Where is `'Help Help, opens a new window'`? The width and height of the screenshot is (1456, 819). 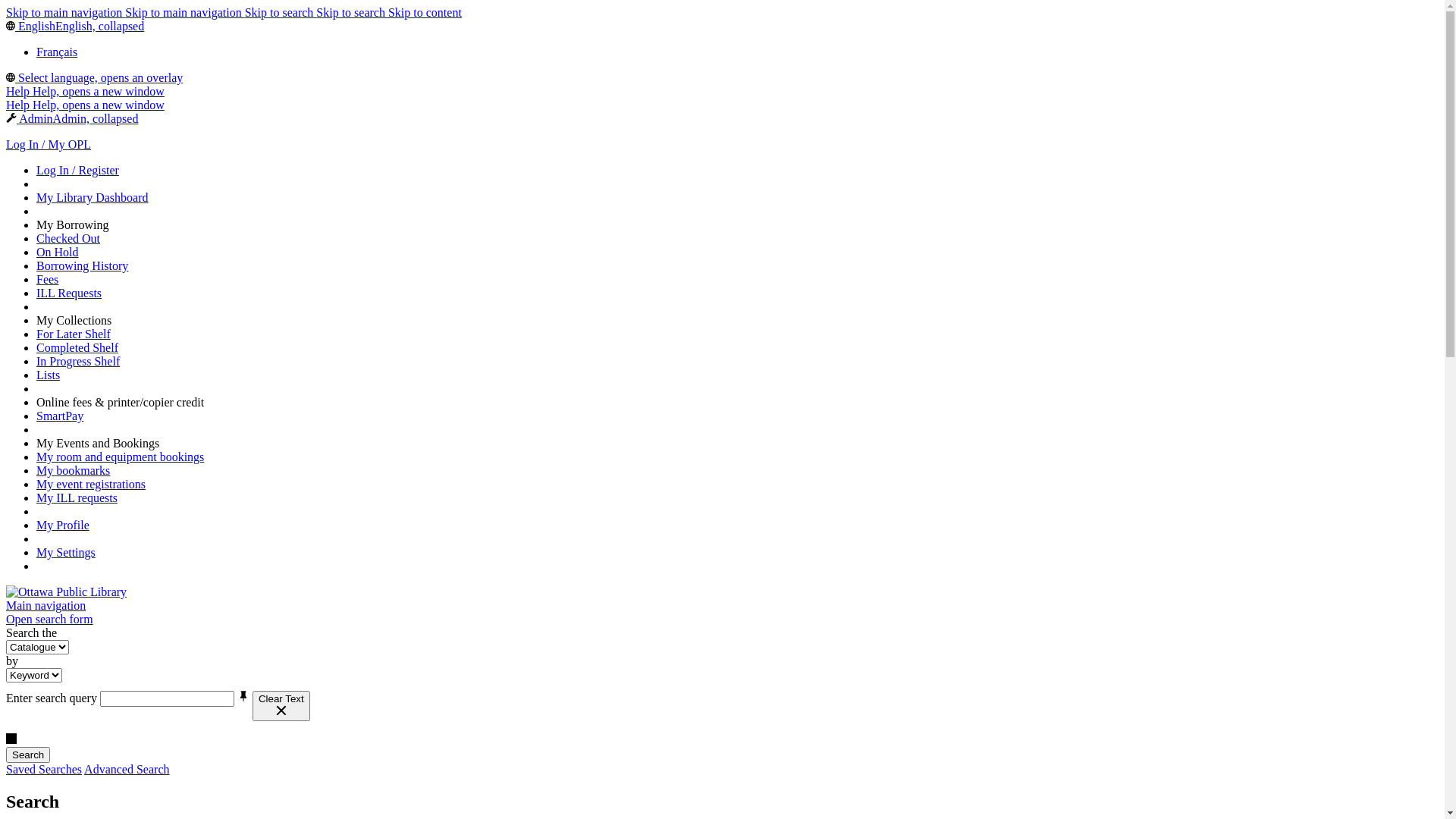
'Help Help, opens a new window' is located at coordinates (84, 91).